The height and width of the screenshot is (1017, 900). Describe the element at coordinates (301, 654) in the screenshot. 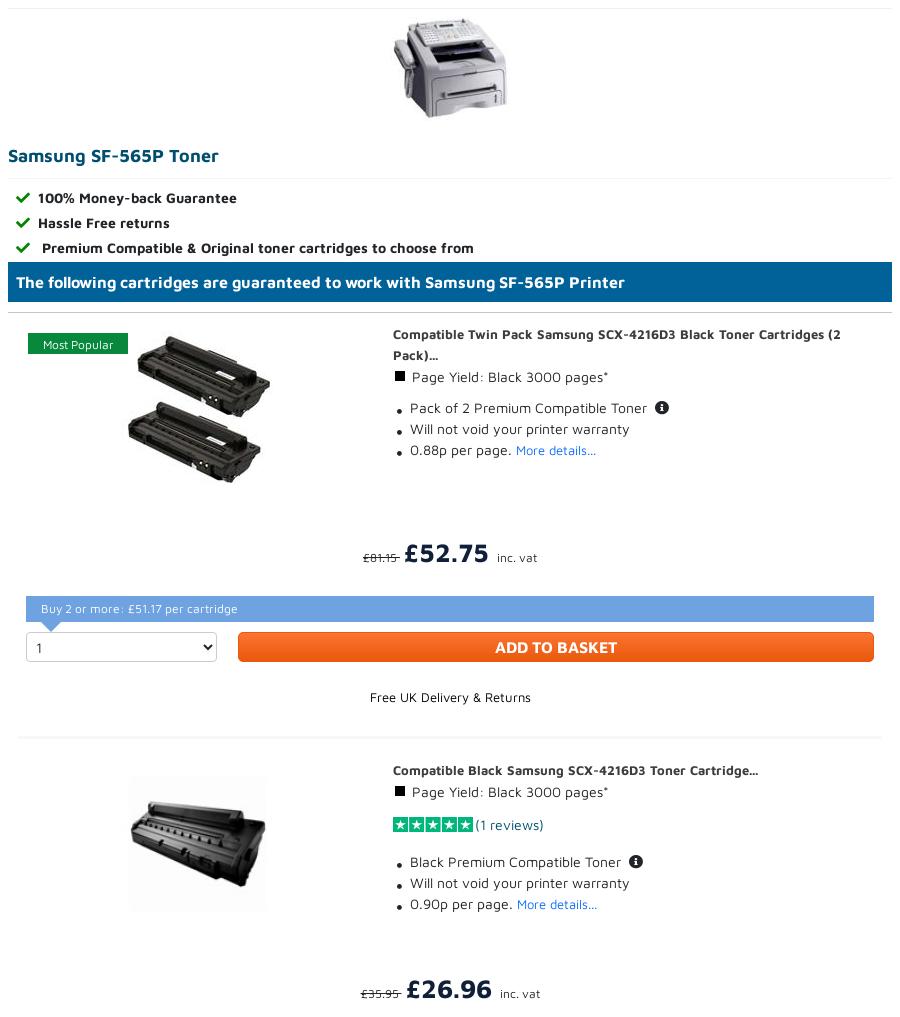

I see `'inkjet cartridges.'` at that location.